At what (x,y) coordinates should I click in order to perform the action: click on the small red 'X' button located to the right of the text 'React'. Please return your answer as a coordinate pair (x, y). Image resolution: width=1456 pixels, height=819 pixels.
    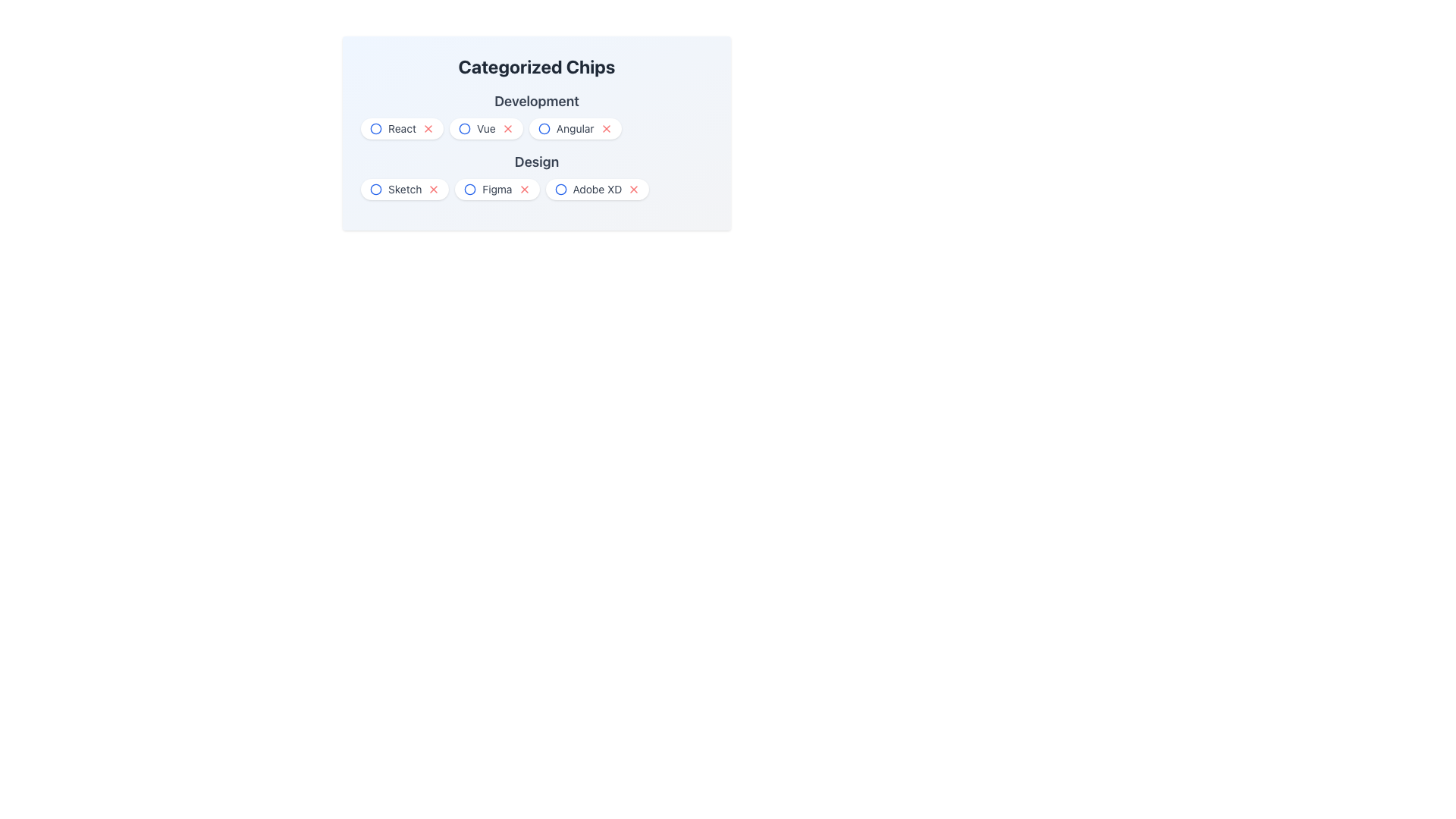
    Looking at the image, I should click on (428, 127).